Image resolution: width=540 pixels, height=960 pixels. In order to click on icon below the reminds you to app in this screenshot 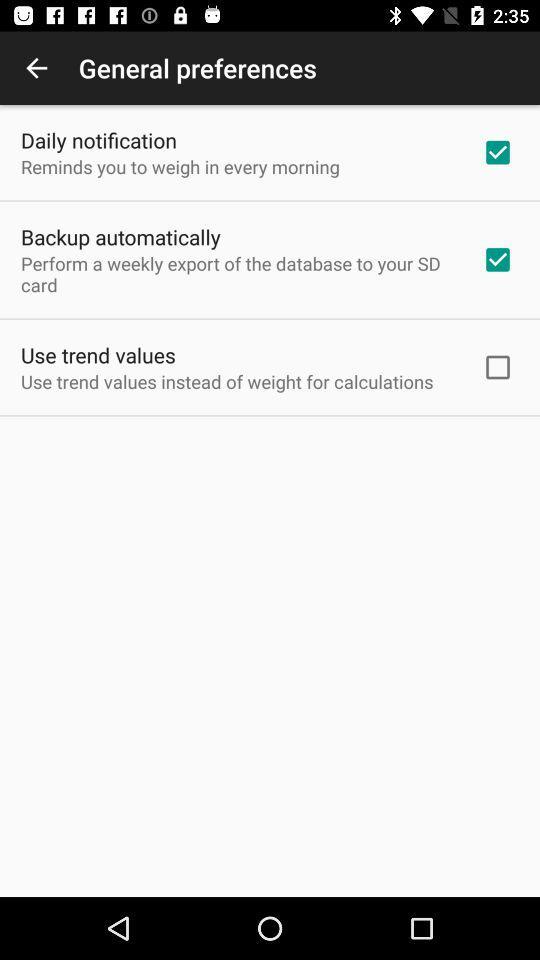, I will do `click(120, 237)`.